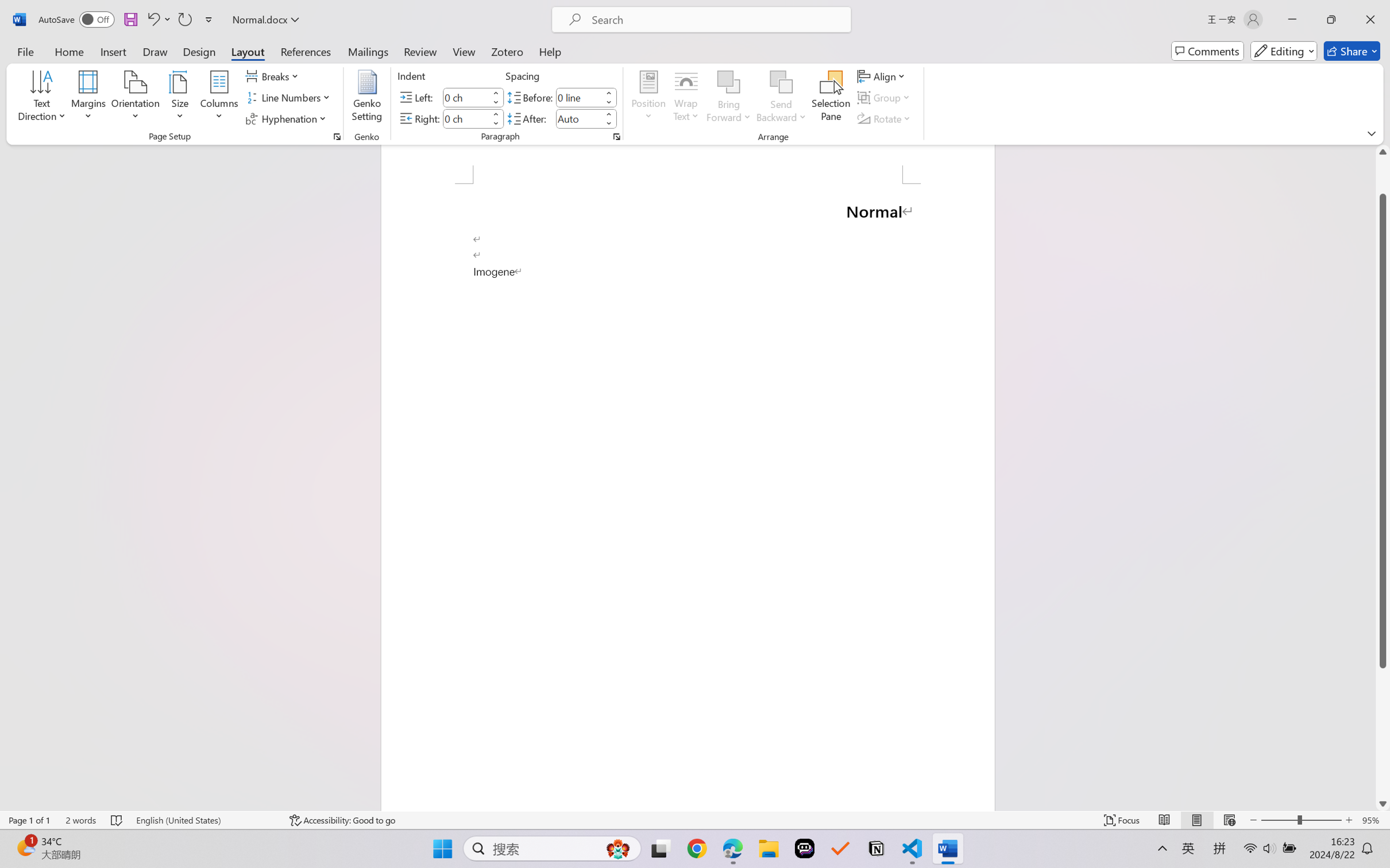  Describe the element at coordinates (1383, 803) in the screenshot. I see `'Line down'` at that location.